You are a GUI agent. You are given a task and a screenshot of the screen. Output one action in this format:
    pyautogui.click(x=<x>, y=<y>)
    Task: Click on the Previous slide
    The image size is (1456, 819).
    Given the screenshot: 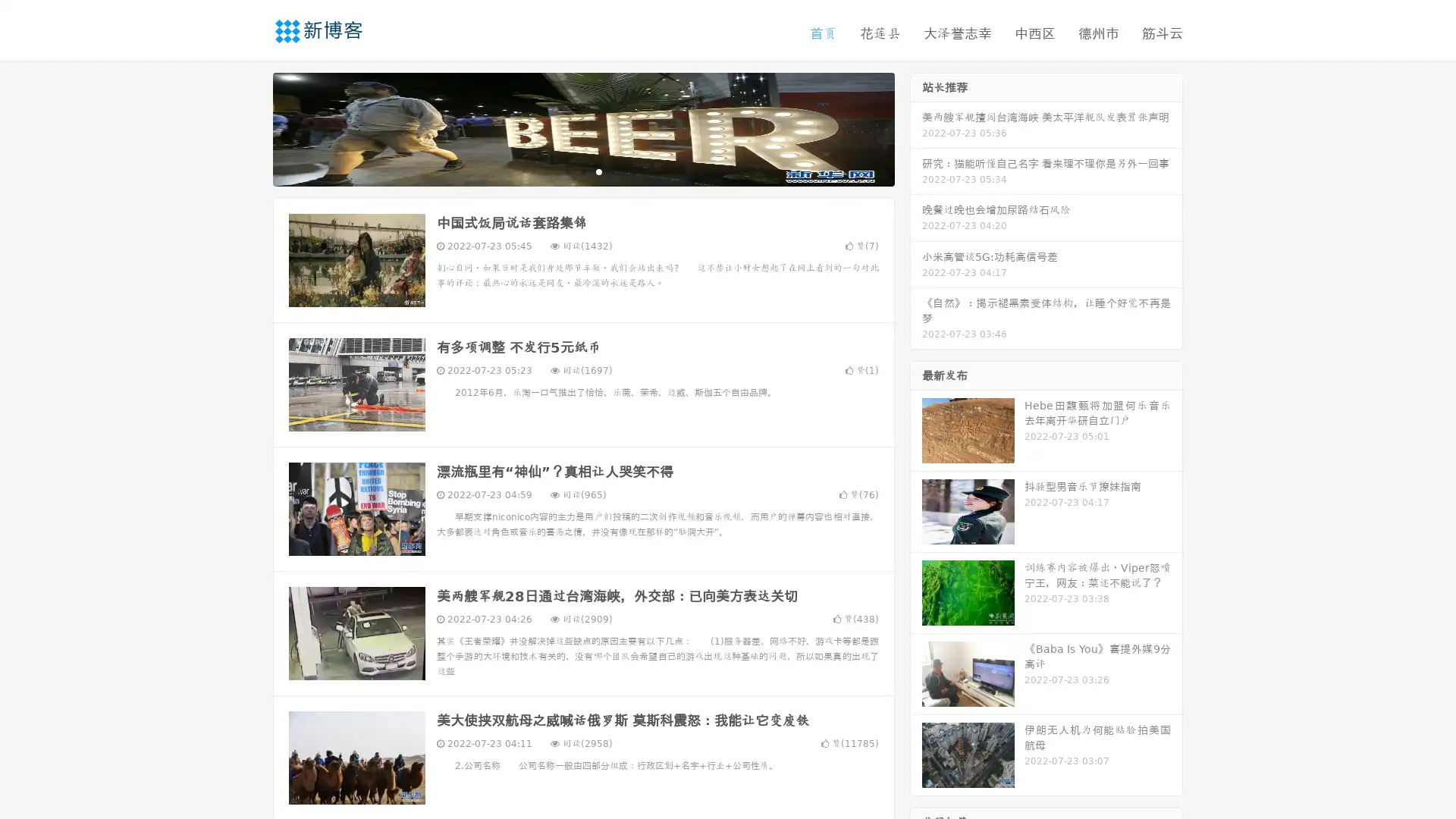 What is the action you would take?
    pyautogui.click(x=250, y=127)
    